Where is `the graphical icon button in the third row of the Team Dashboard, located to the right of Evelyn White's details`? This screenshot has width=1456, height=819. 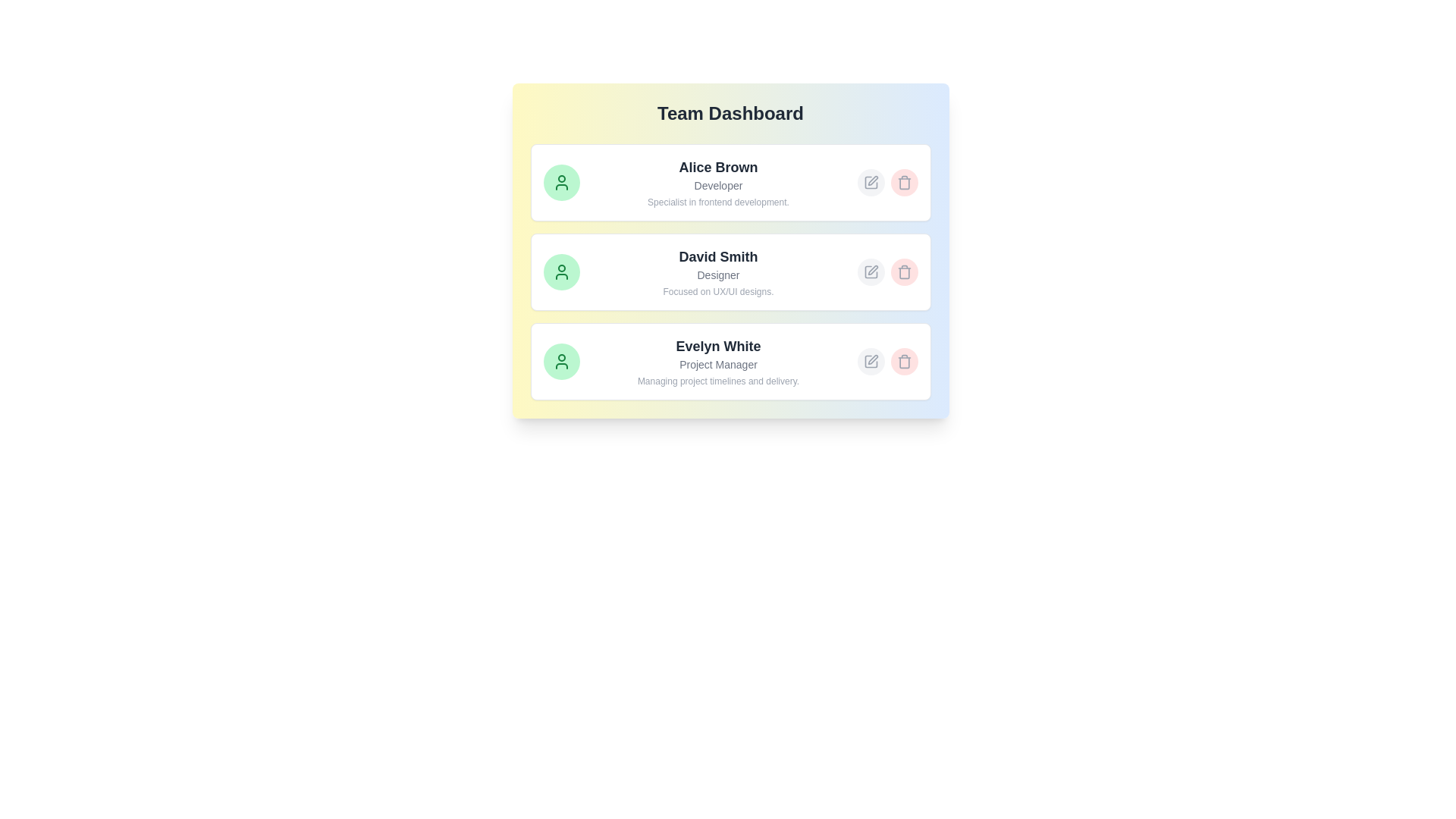 the graphical icon button in the third row of the Team Dashboard, located to the right of Evelyn White's details is located at coordinates (873, 359).